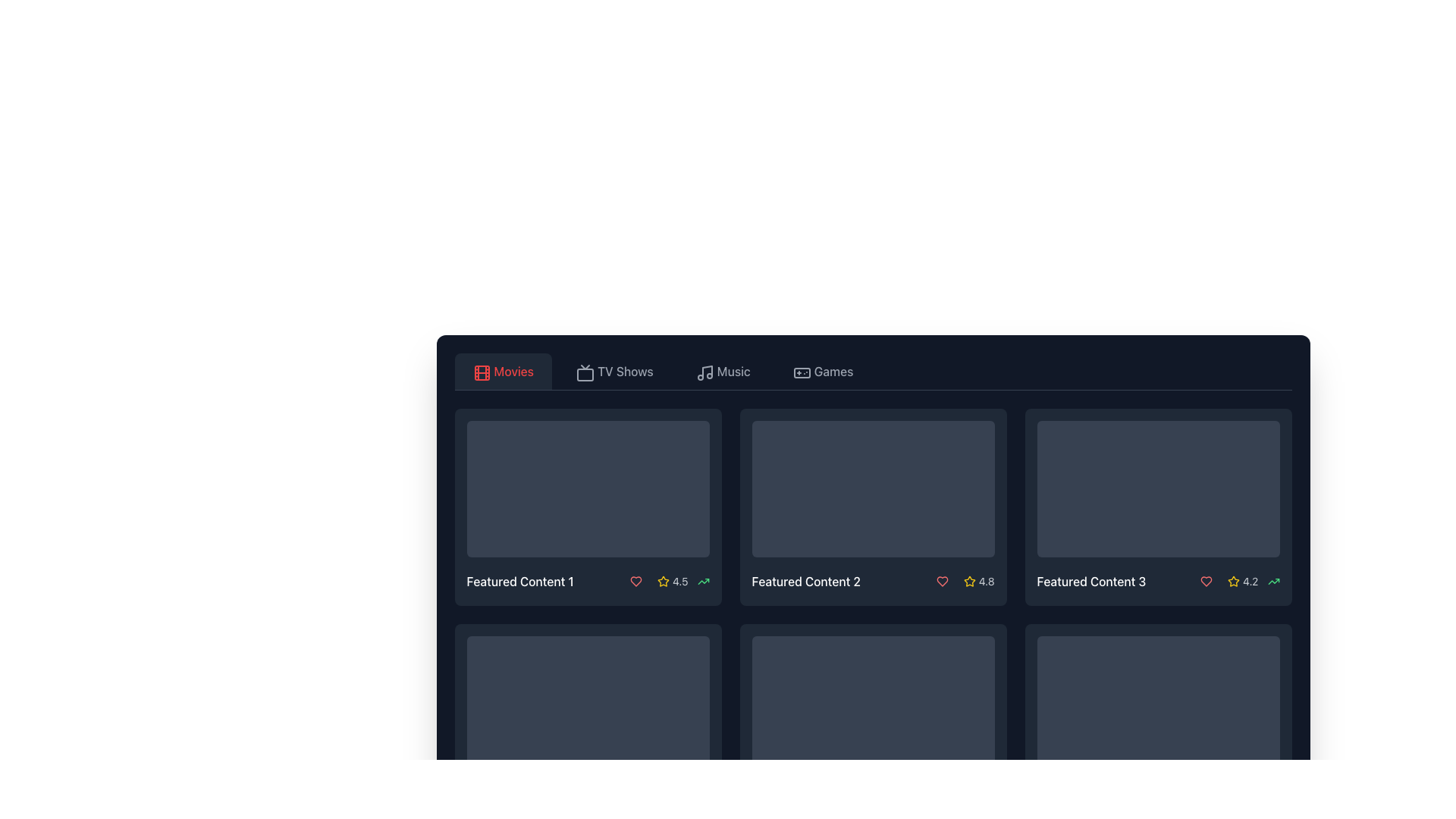 This screenshot has width=1456, height=819. What do you see at coordinates (962, 581) in the screenshot?
I see `the star icon next to the numeric rating '4.8' under the second content card in the featured section` at bounding box center [962, 581].